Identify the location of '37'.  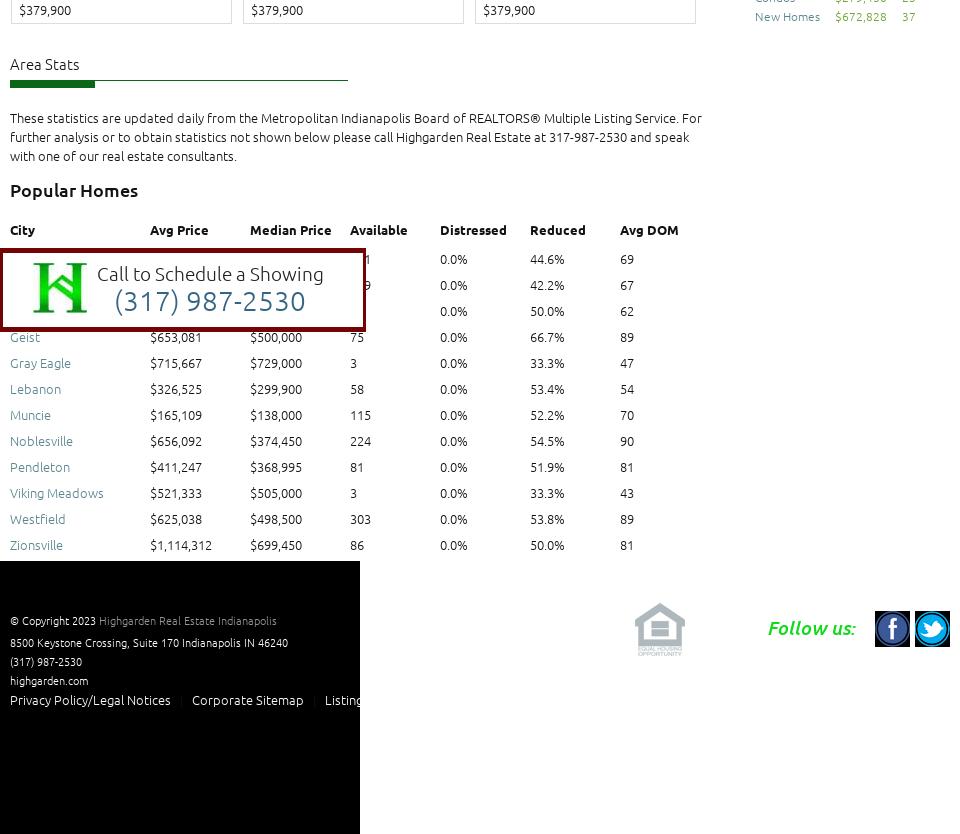
(907, 16).